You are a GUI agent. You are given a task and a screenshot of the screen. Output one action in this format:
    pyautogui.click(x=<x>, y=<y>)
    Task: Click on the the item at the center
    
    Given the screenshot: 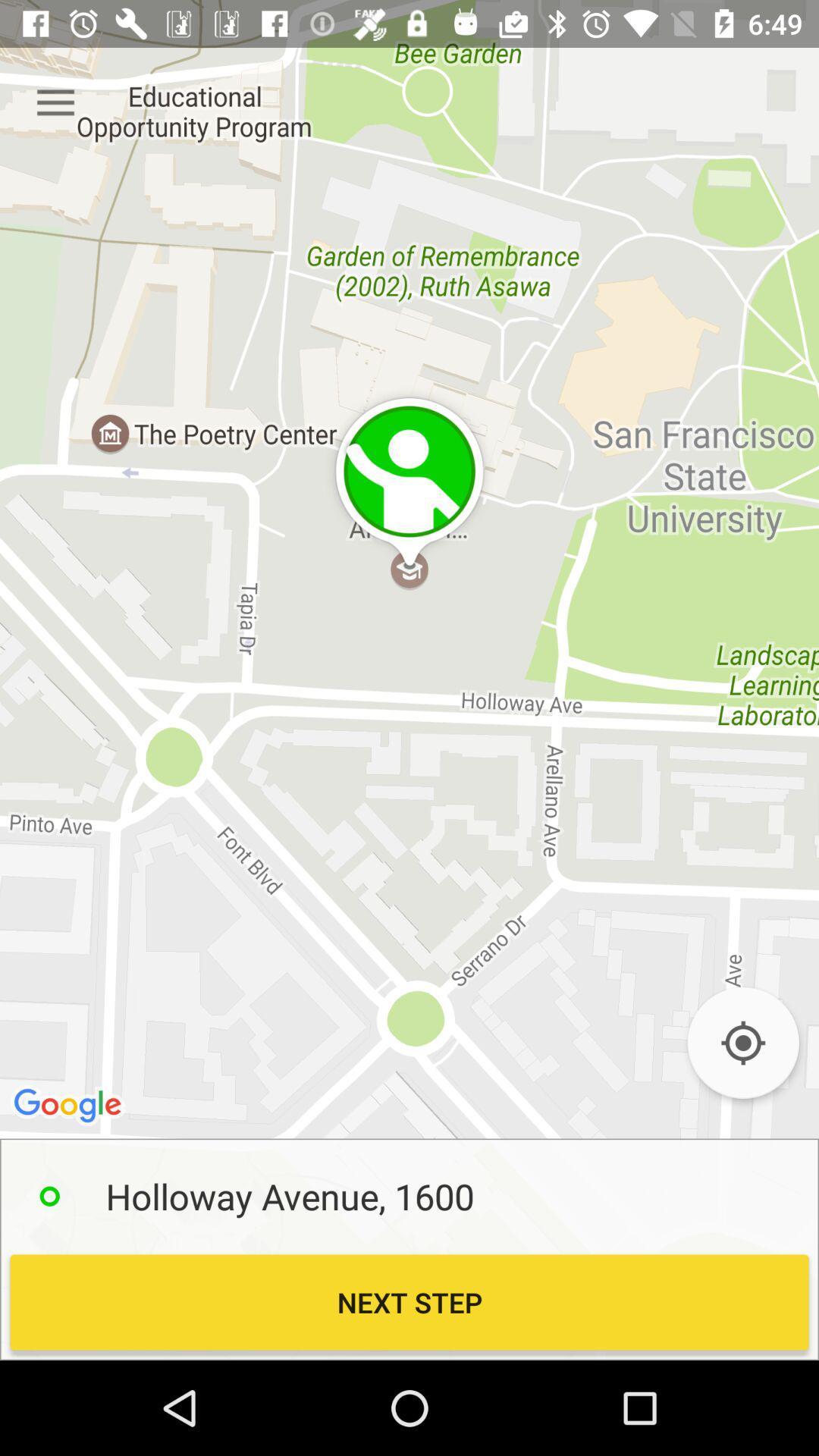 What is the action you would take?
    pyautogui.click(x=409, y=679)
    